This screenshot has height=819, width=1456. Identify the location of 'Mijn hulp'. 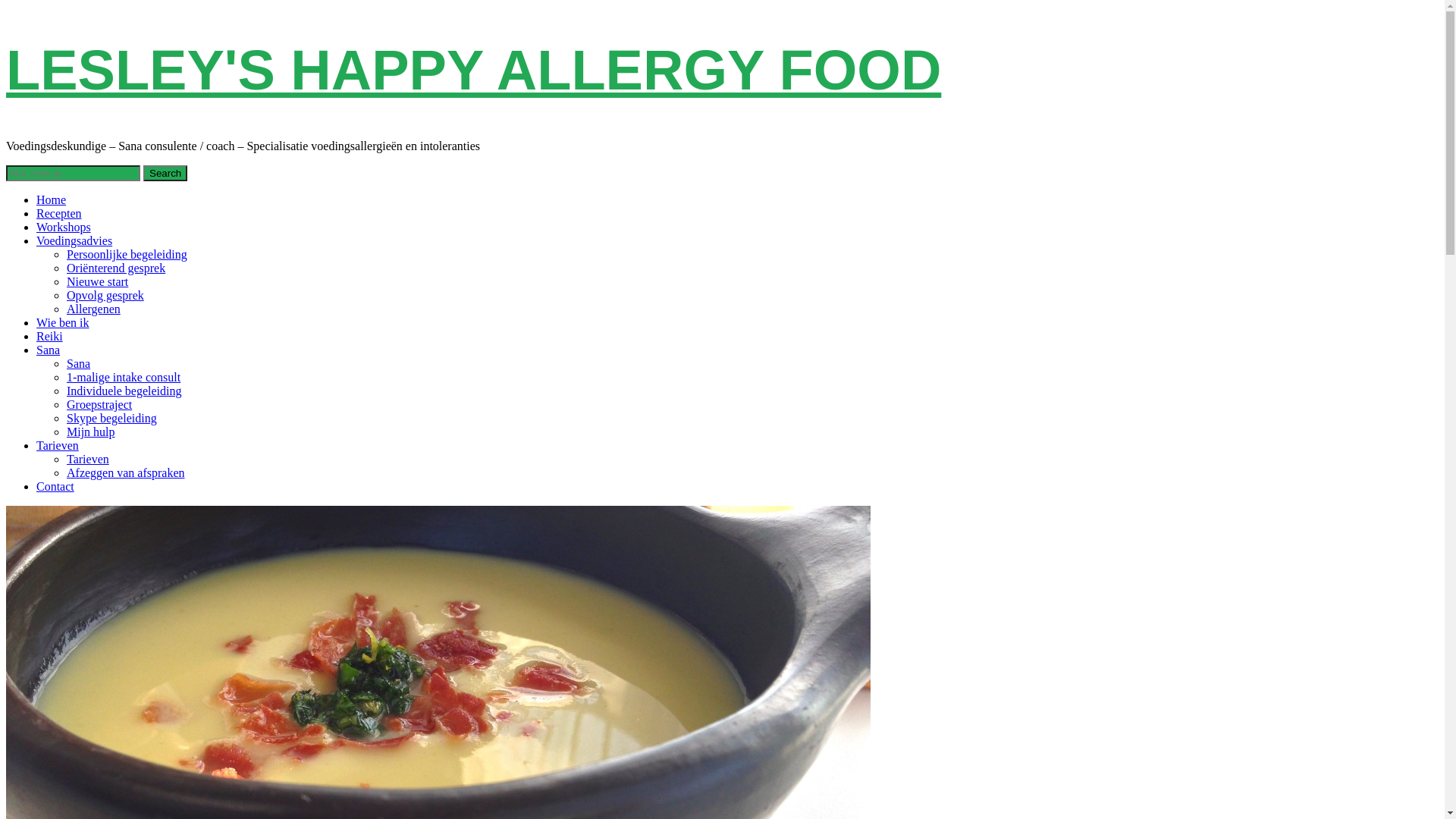
(90, 431).